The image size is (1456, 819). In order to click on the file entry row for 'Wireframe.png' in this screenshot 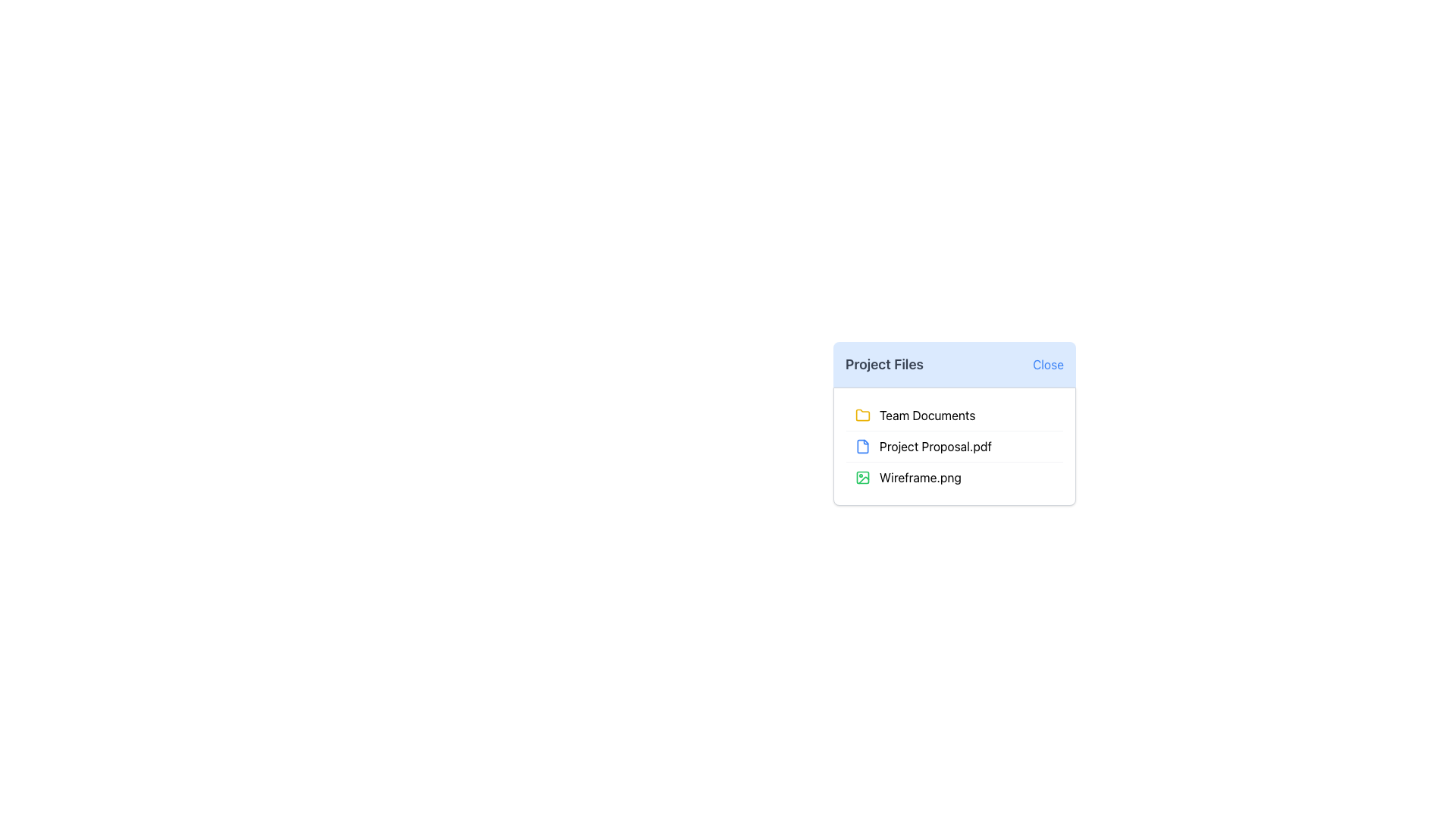, I will do `click(953, 475)`.